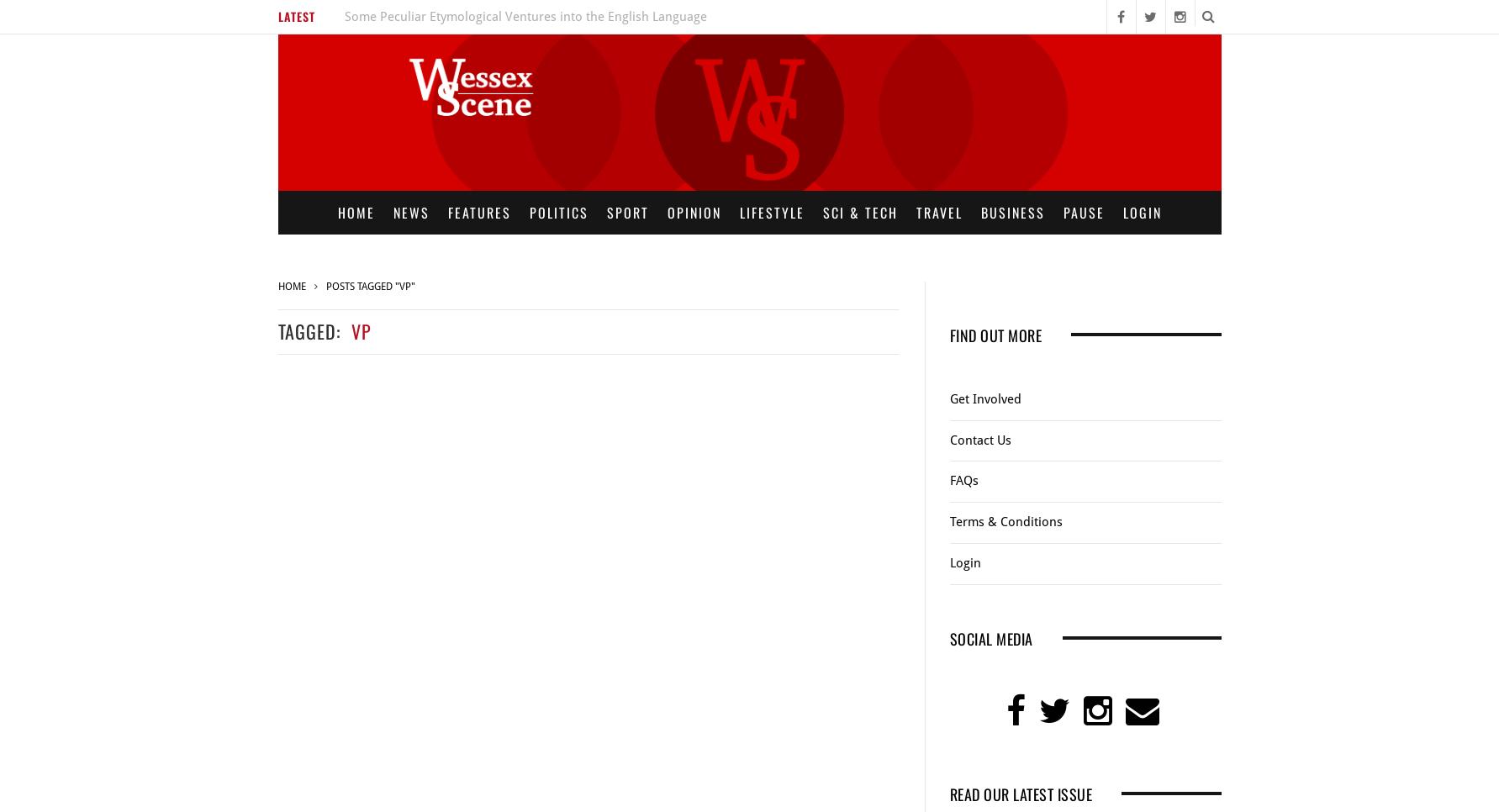  What do you see at coordinates (478, 212) in the screenshot?
I see `'Features'` at bounding box center [478, 212].